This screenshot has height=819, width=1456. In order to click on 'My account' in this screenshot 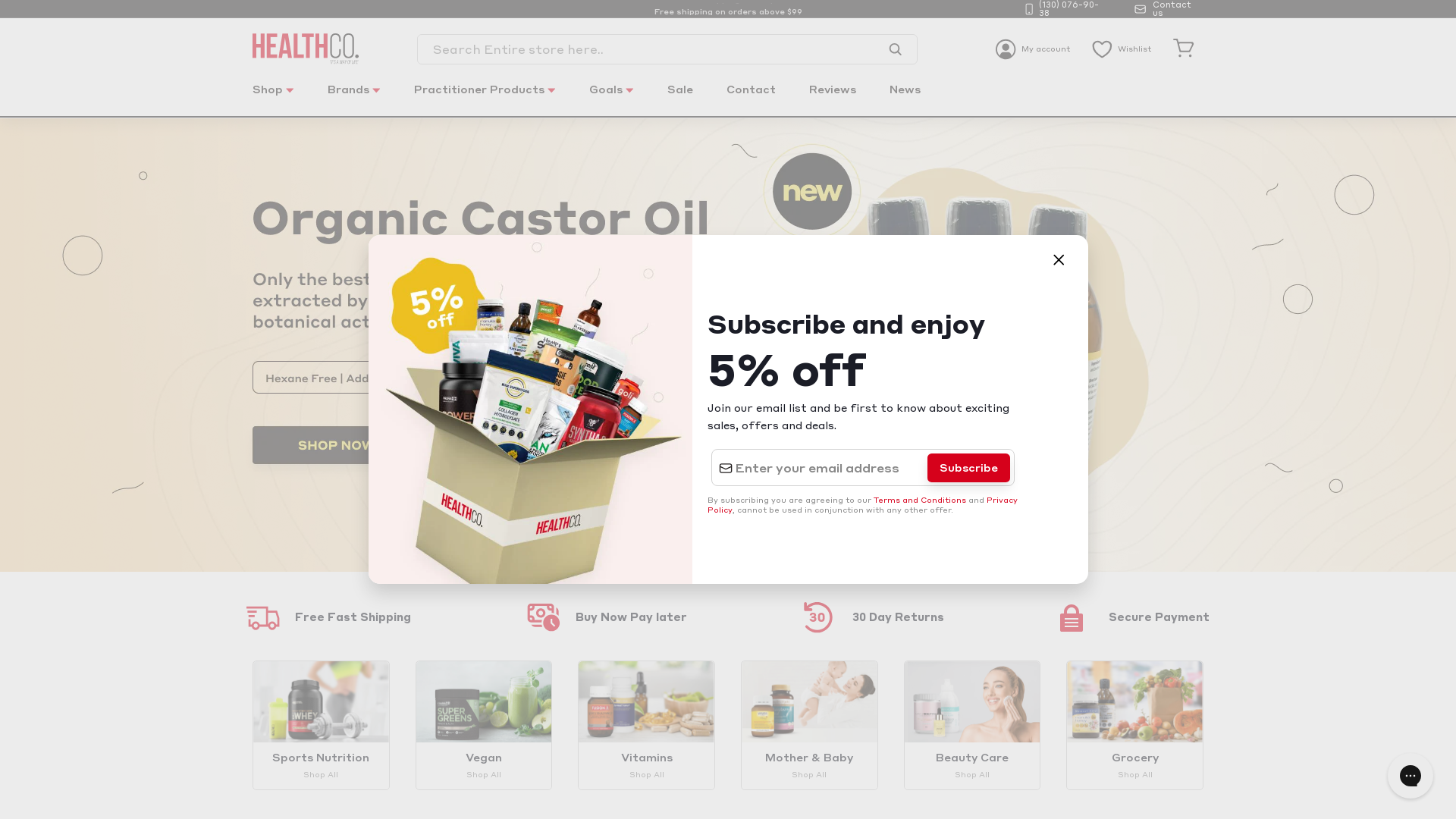, I will do `click(1032, 48)`.